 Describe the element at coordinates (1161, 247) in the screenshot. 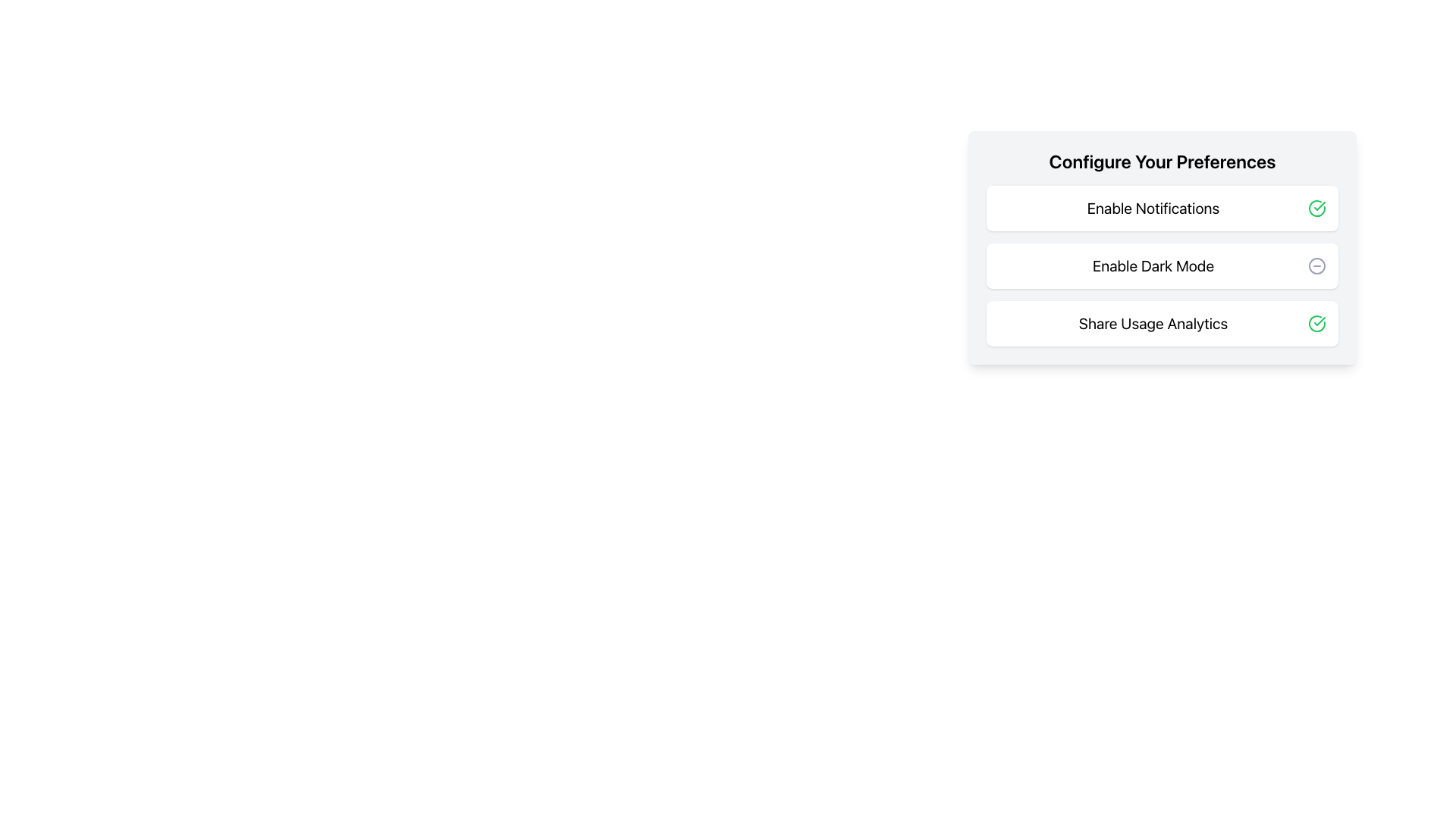

I see `the 'Enable Dark Mode' toggle control within the 'Configure Your Preferences' panel` at that location.